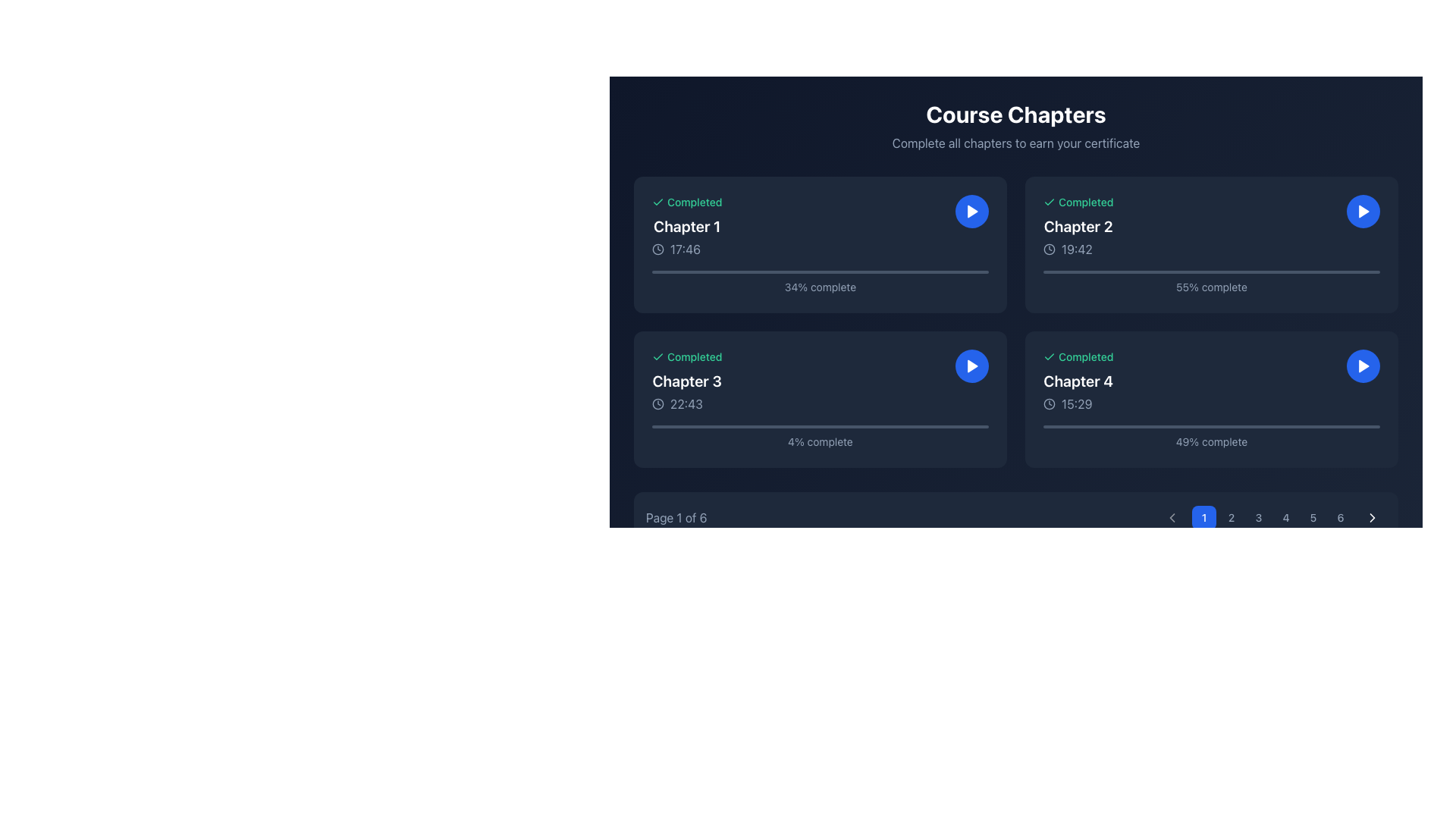 This screenshot has width=1456, height=819. What do you see at coordinates (658, 248) in the screenshot?
I see `the circular graphic within the SVG icon that precedes the timestamp '17:46' in the 'Chapter 1' card` at bounding box center [658, 248].